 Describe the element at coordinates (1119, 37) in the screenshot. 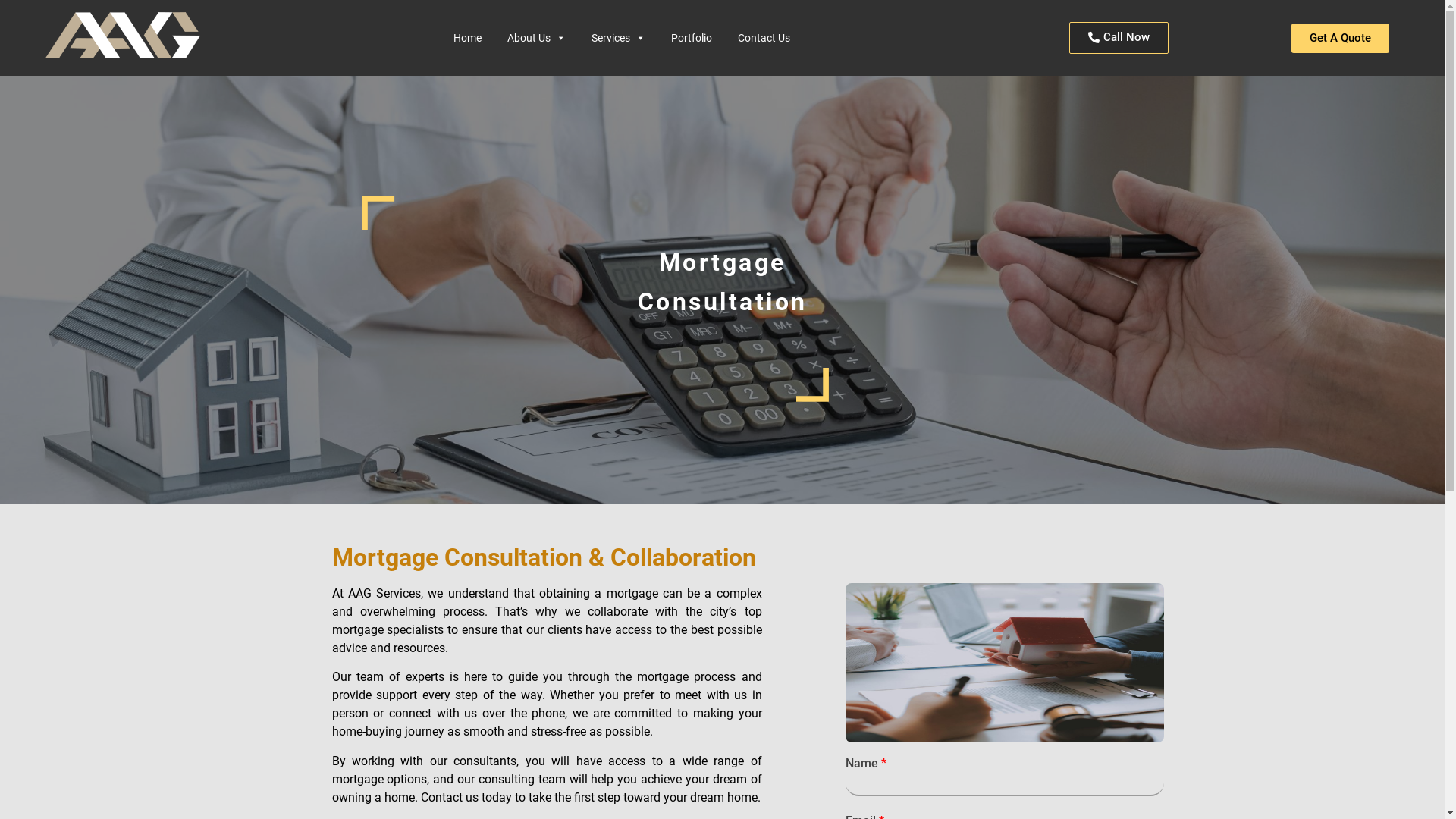

I see `'Call Now'` at that location.